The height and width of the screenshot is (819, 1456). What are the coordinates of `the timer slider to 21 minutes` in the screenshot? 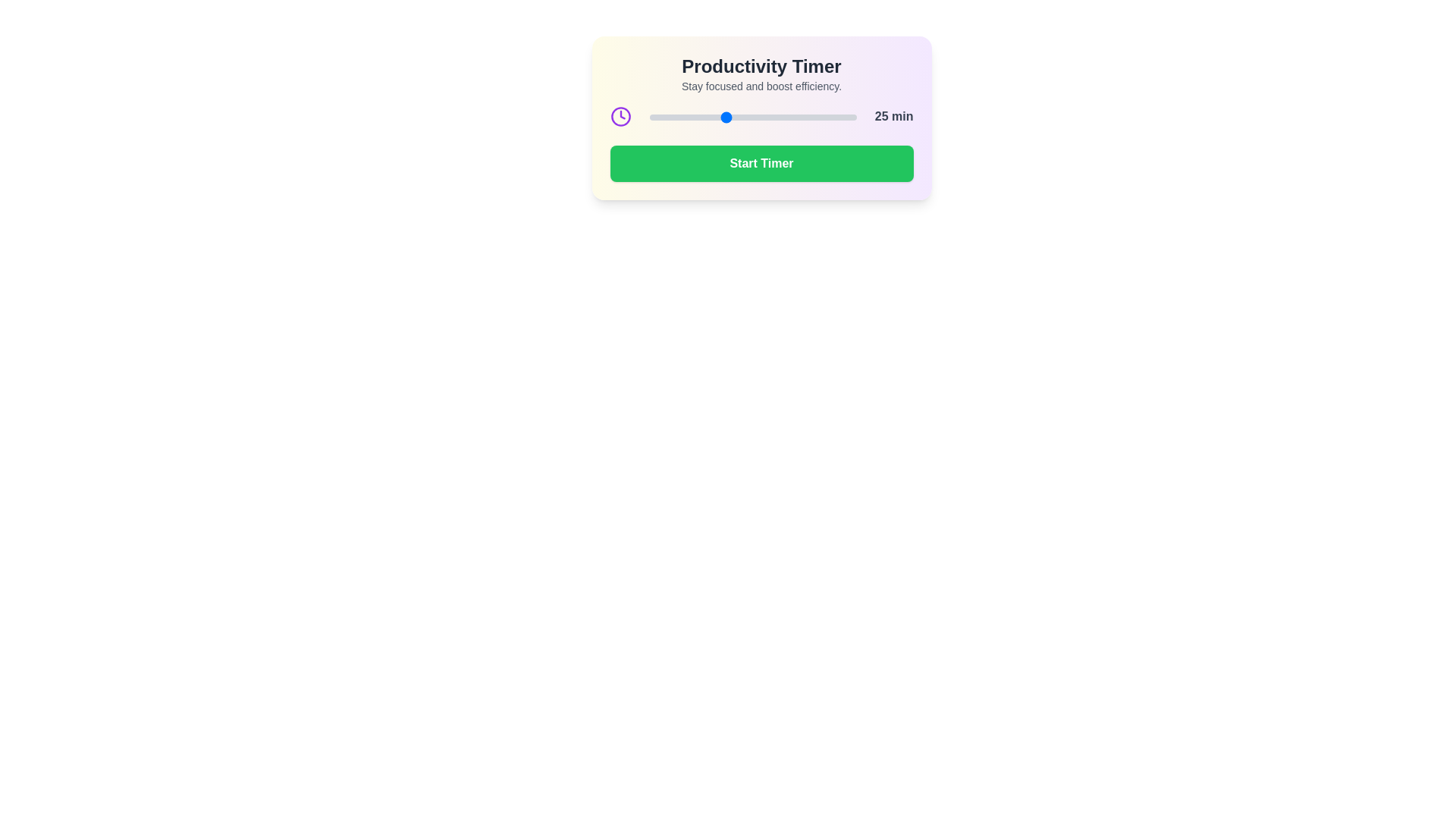 It's located at (709, 116).